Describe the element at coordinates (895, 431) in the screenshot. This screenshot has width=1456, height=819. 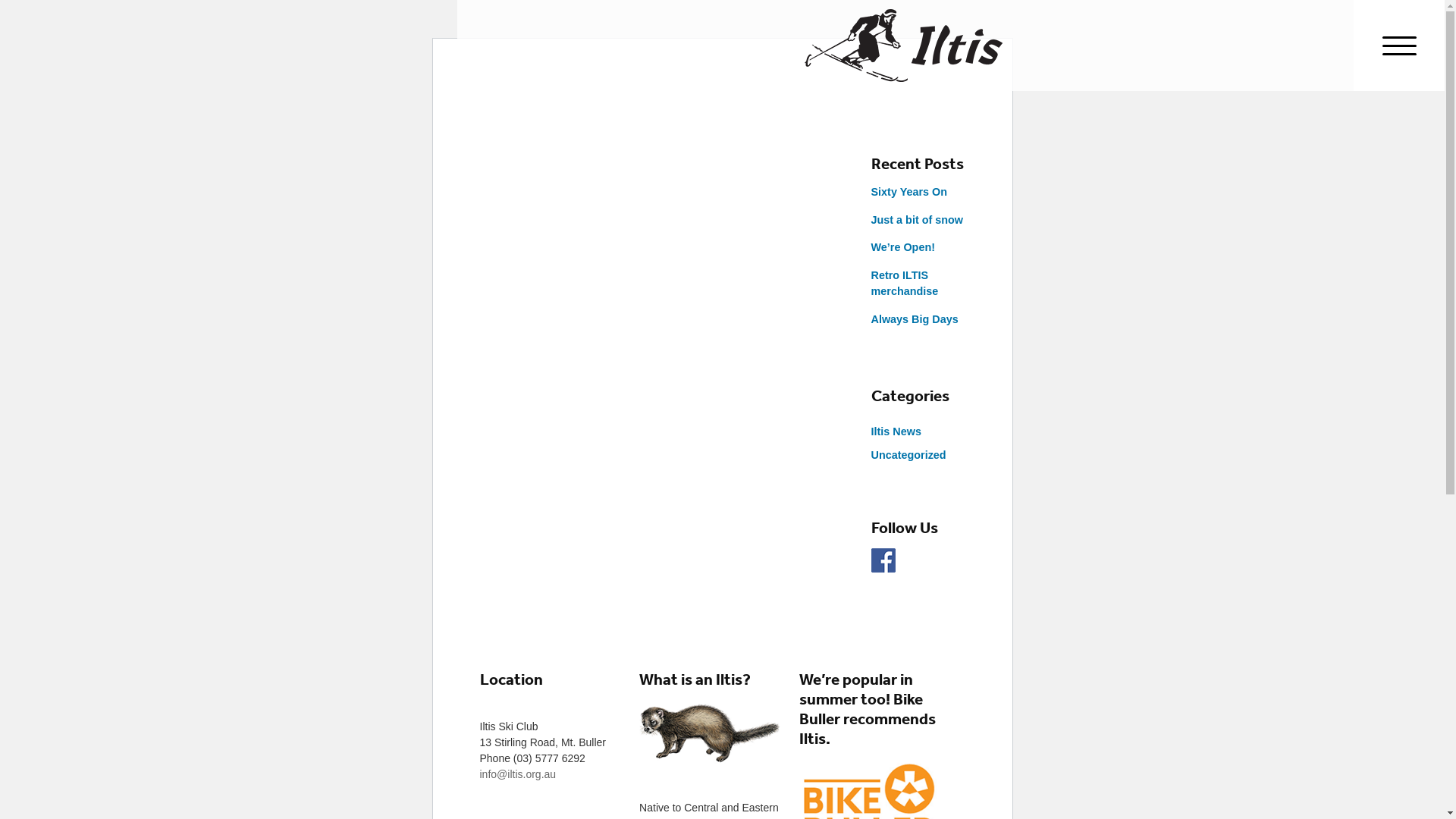
I see `'Iltis News'` at that location.